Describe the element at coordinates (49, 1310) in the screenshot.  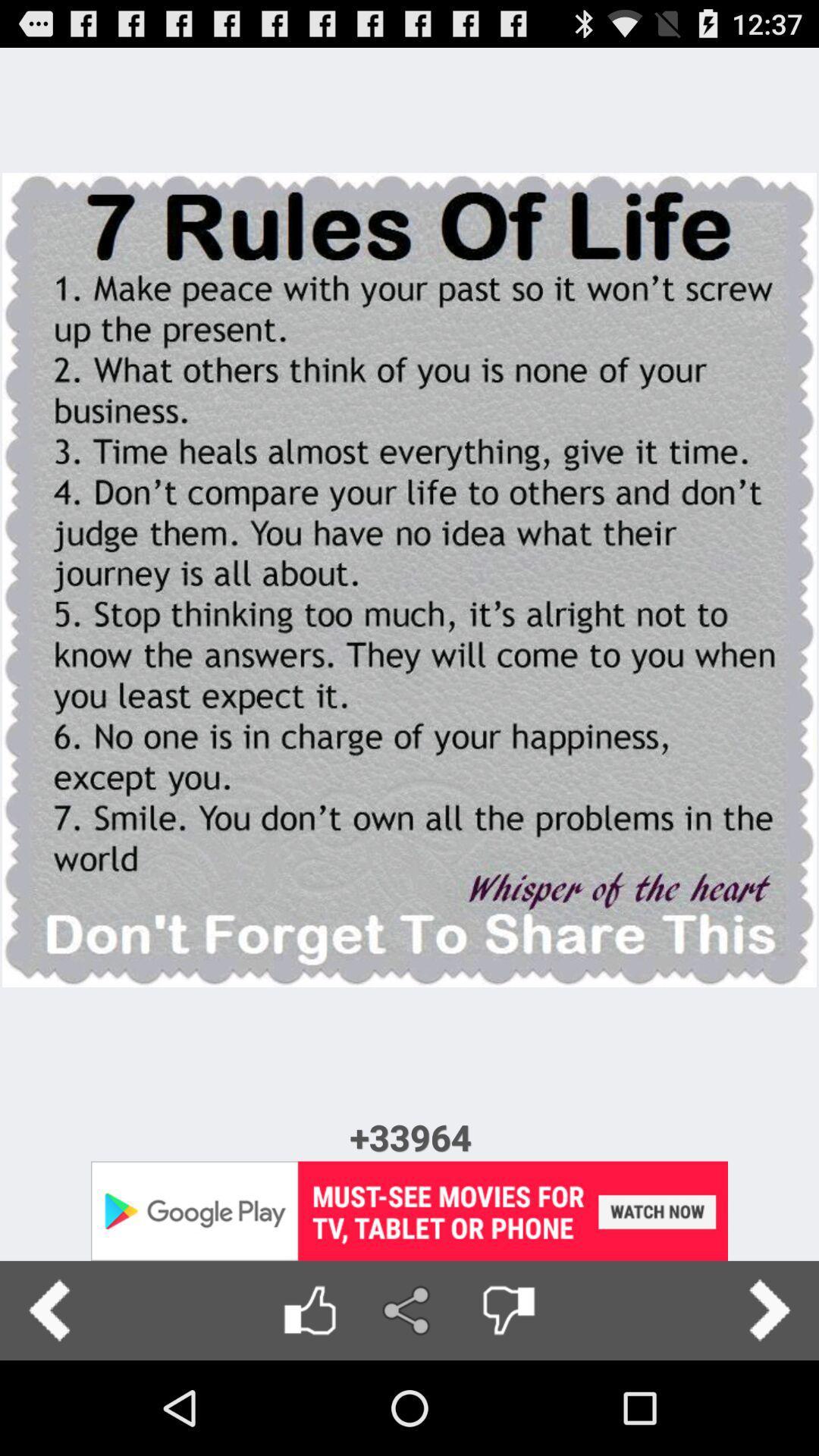
I see `previous page` at that location.